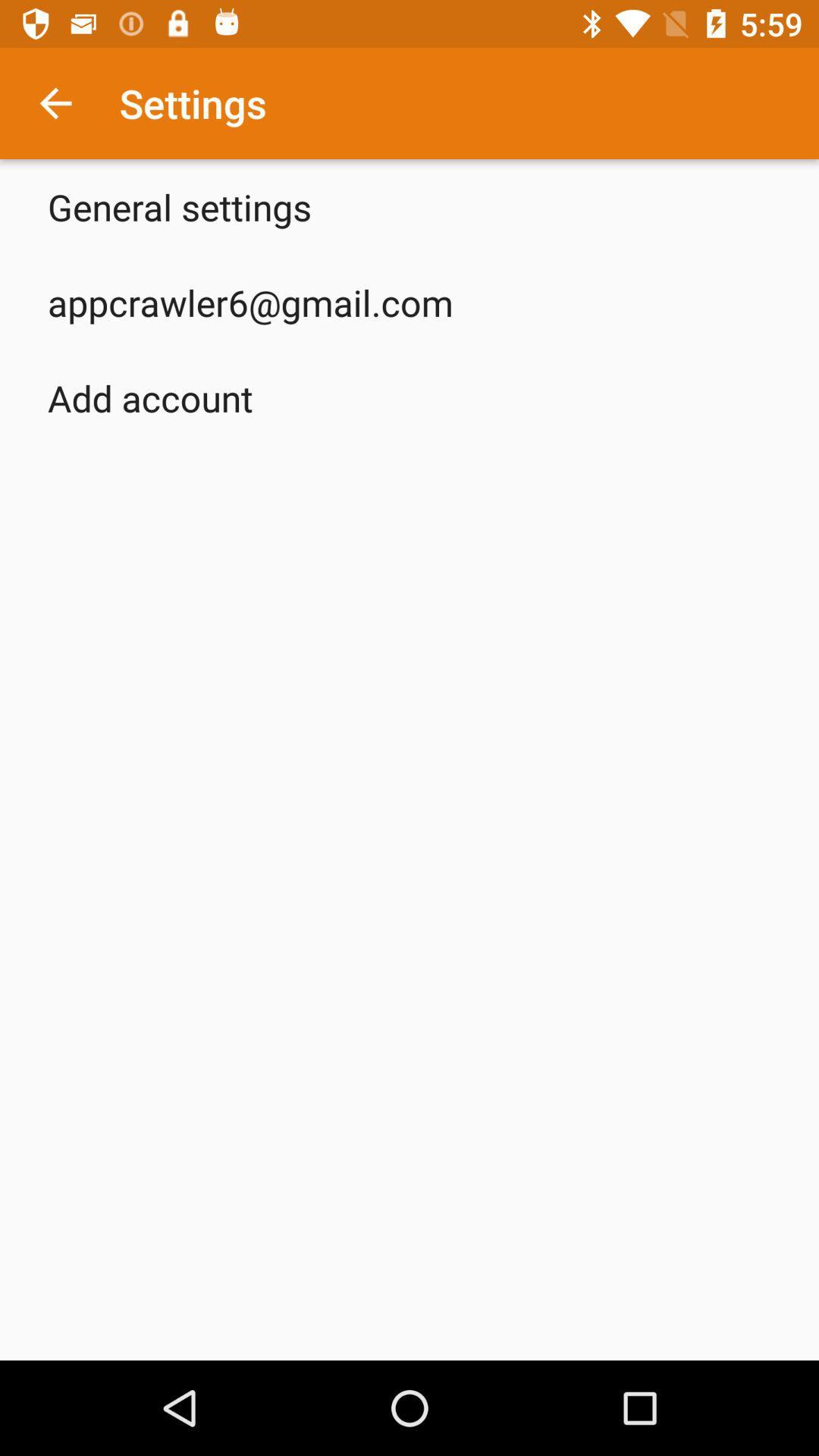 Image resolution: width=819 pixels, height=1456 pixels. I want to click on icon to the left of settings item, so click(55, 102).